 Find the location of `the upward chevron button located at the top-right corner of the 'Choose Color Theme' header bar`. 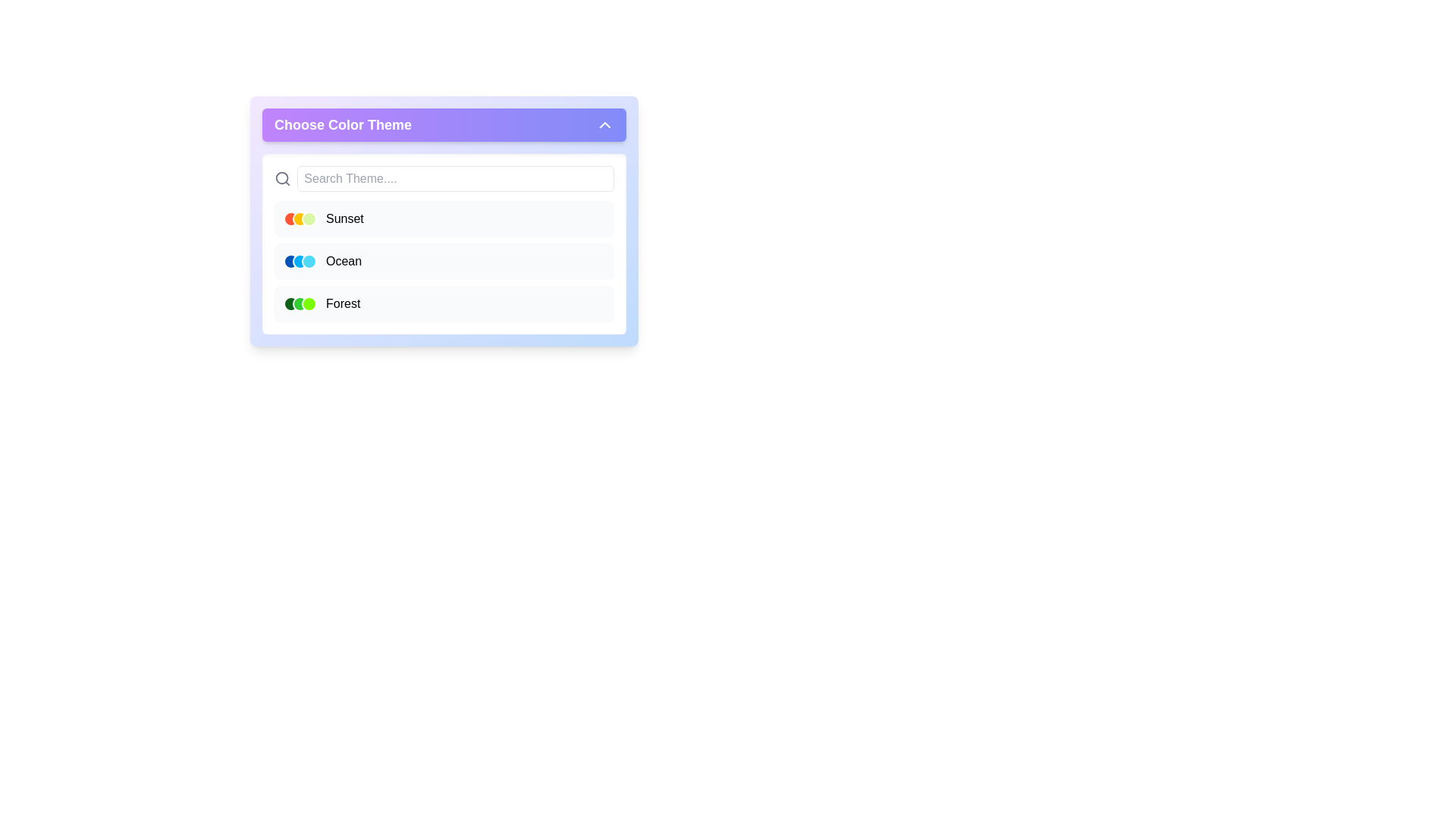

the upward chevron button located at the top-right corner of the 'Choose Color Theme' header bar is located at coordinates (604, 124).